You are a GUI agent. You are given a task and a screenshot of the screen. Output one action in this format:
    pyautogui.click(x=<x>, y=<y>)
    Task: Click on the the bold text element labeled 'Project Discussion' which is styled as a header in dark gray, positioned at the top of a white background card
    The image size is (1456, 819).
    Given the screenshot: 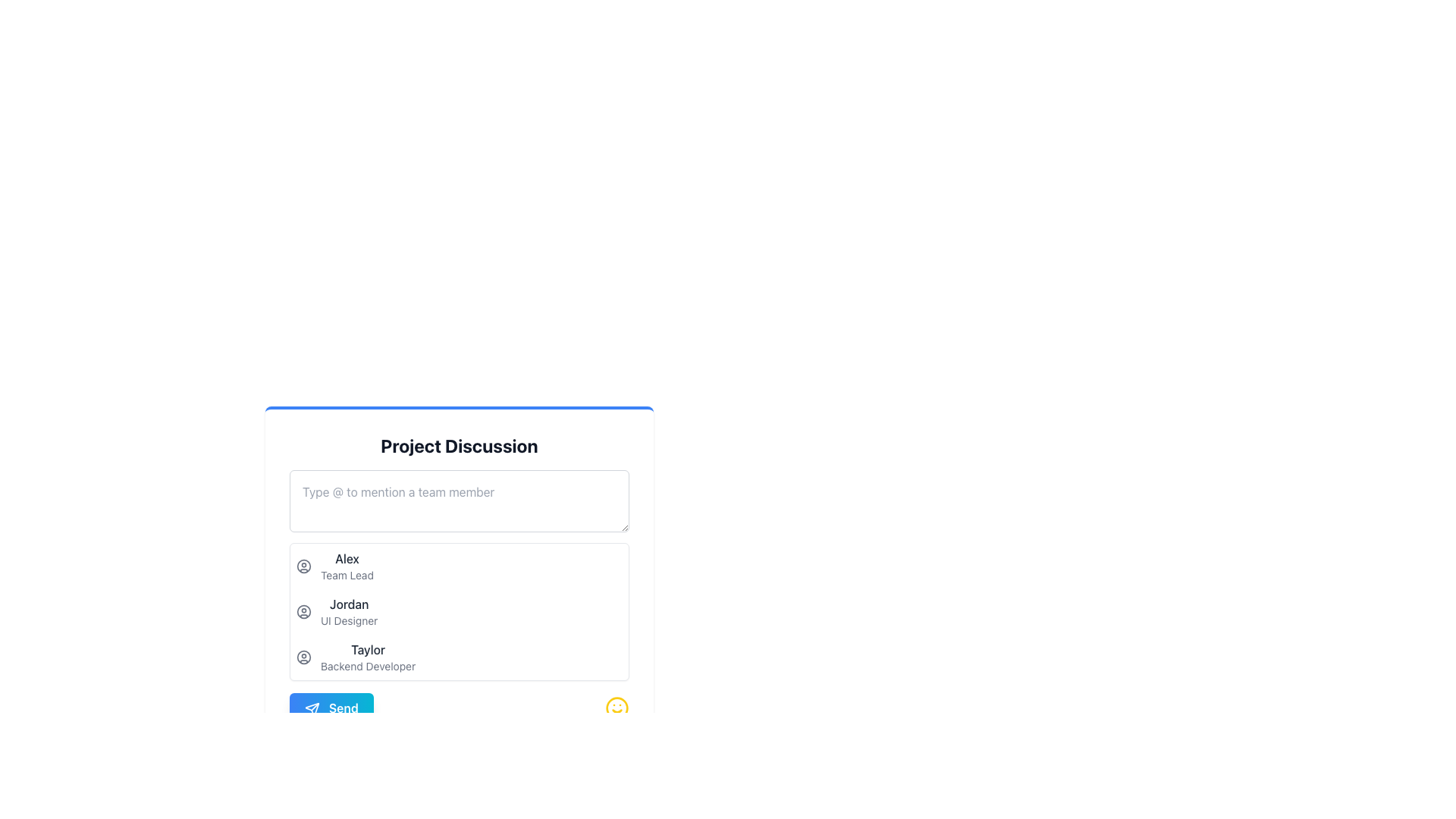 What is the action you would take?
    pyautogui.click(x=458, y=444)
    